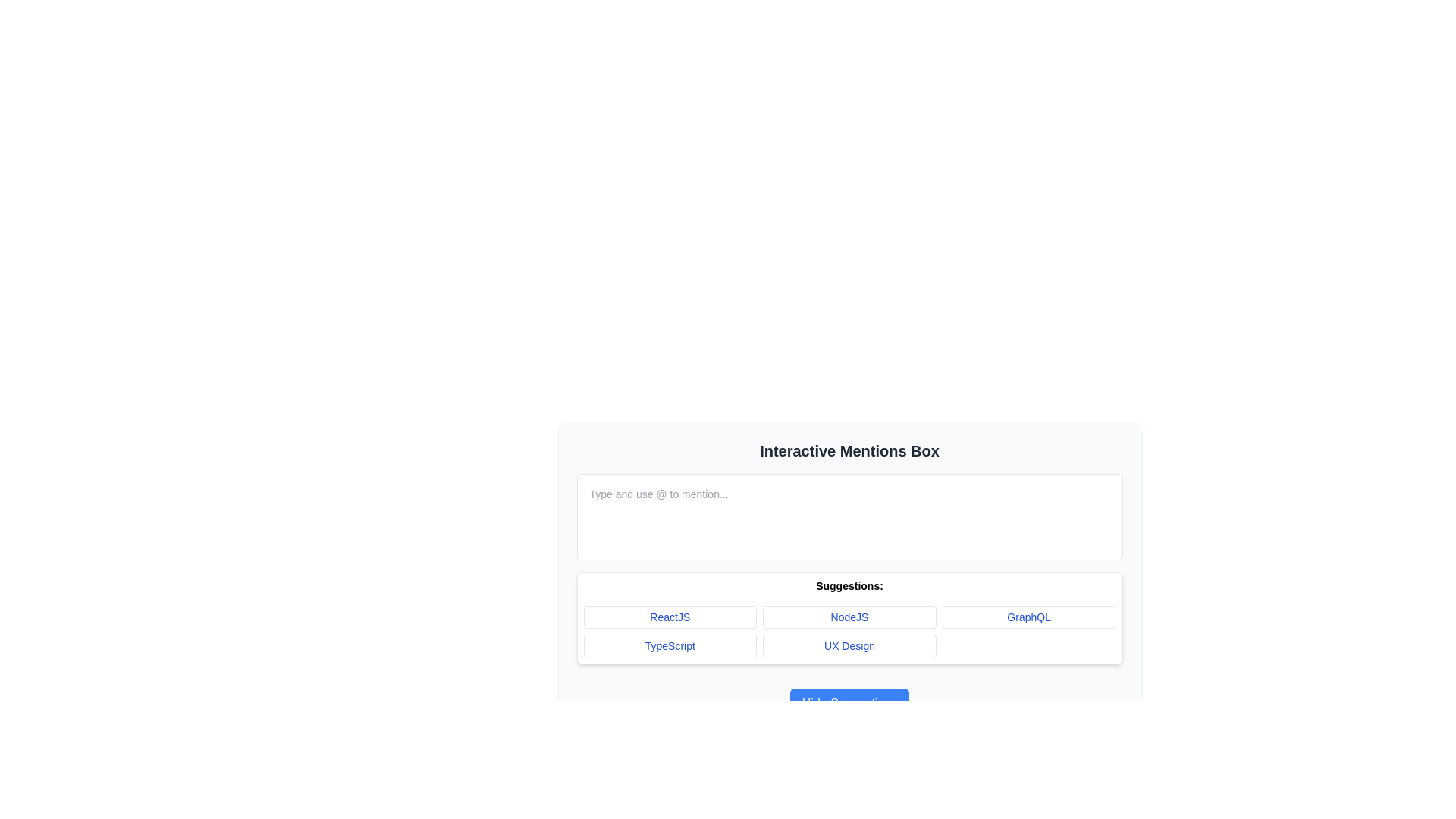 The width and height of the screenshot is (1456, 819). Describe the element at coordinates (849, 698) in the screenshot. I see `the button that hides the suggestions in the 'Suggestions:' section of the 'Interactive Mentions Box'` at that location.